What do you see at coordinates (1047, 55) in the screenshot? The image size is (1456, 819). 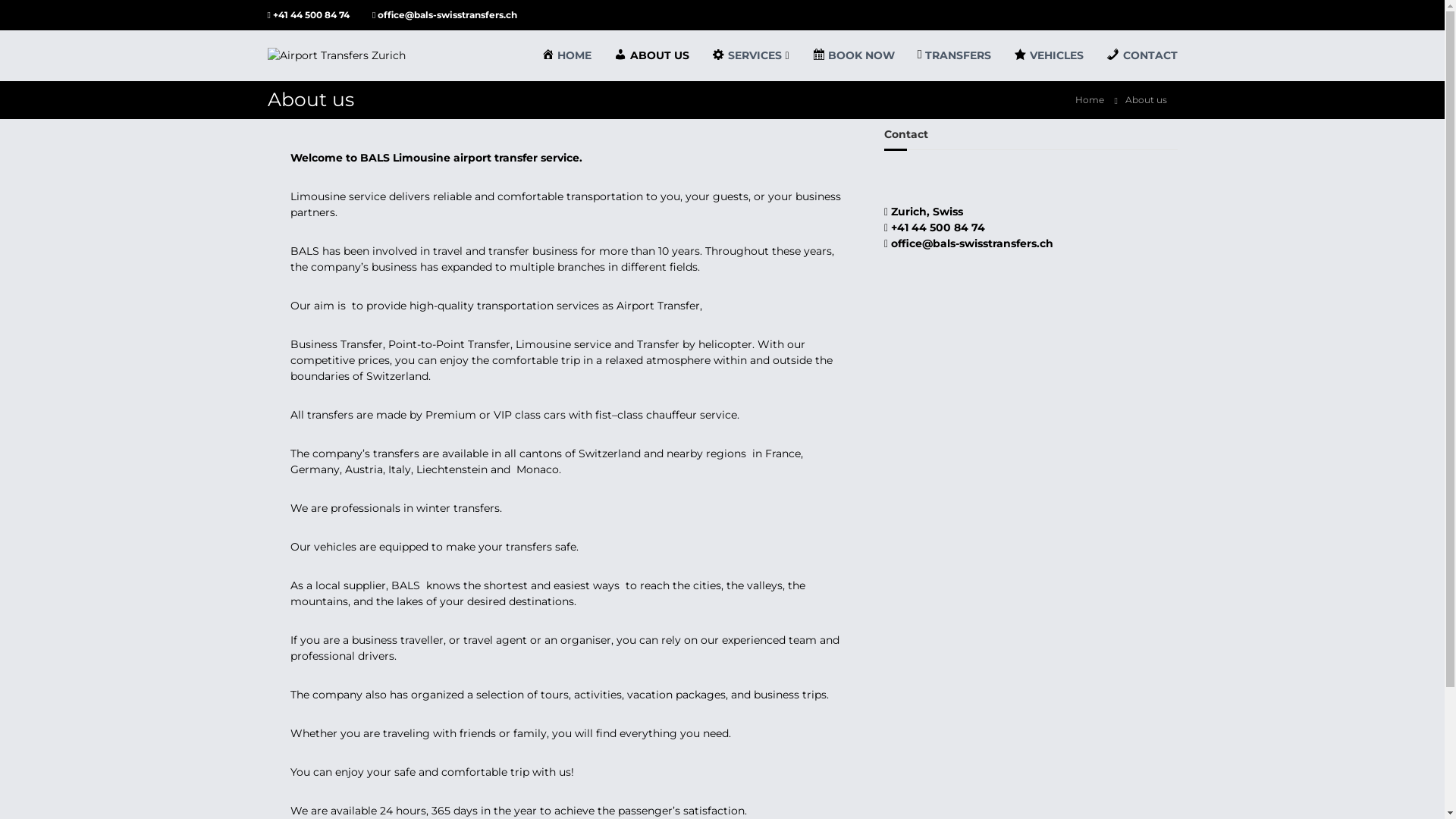 I see `'VEHICLES'` at bounding box center [1047, 55].